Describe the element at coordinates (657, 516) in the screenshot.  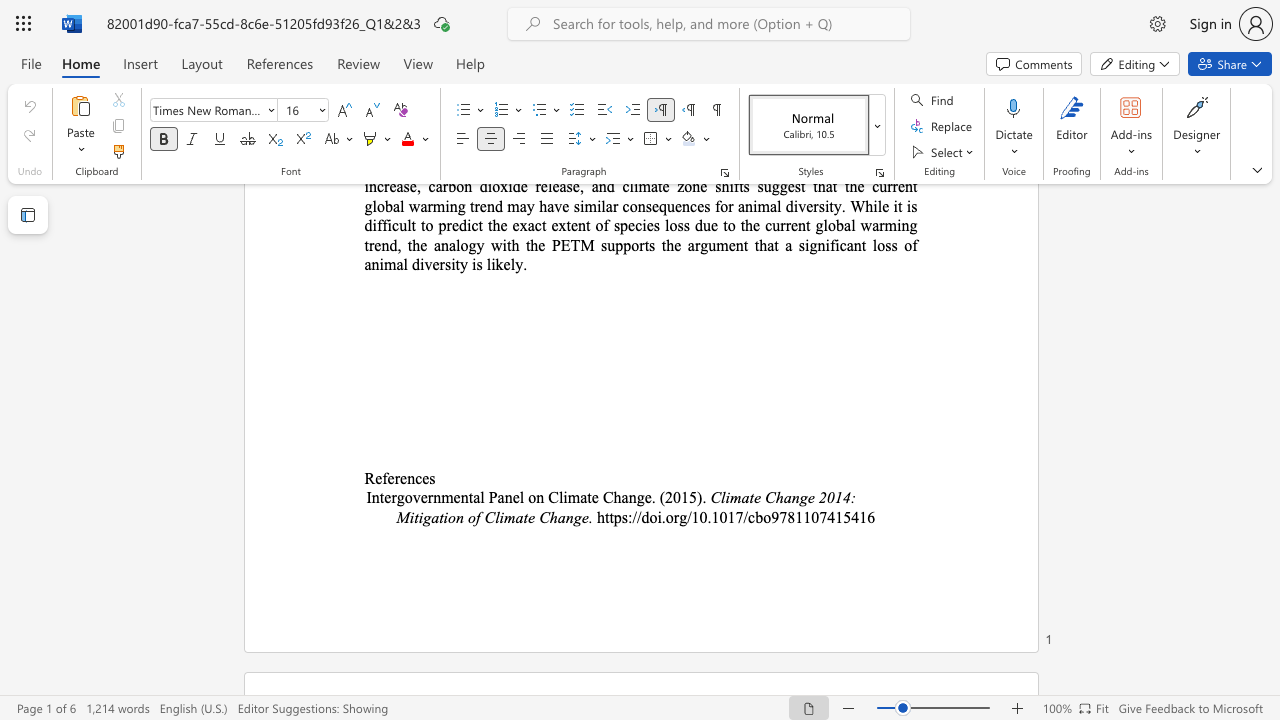
I see `the subset text "i.org/10.1017/cbo9781" within the text "https://doi.org/10.1017/cbo9781107415416"` at that location.